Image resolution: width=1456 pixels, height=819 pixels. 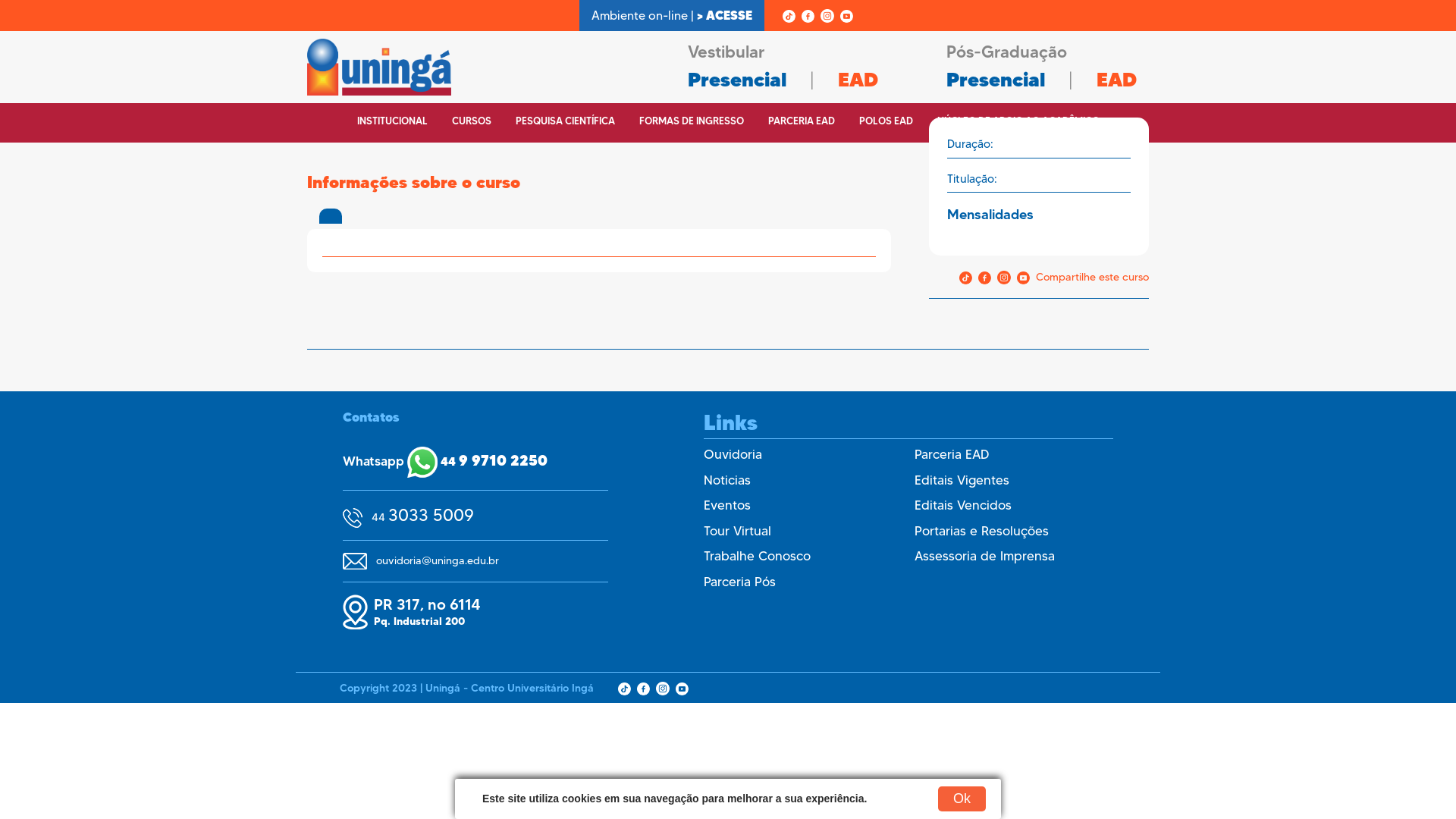 What do you see at coordinates (858, 79) in the screenshot?
I see `'EAD'` at bounding box center [858, 79].